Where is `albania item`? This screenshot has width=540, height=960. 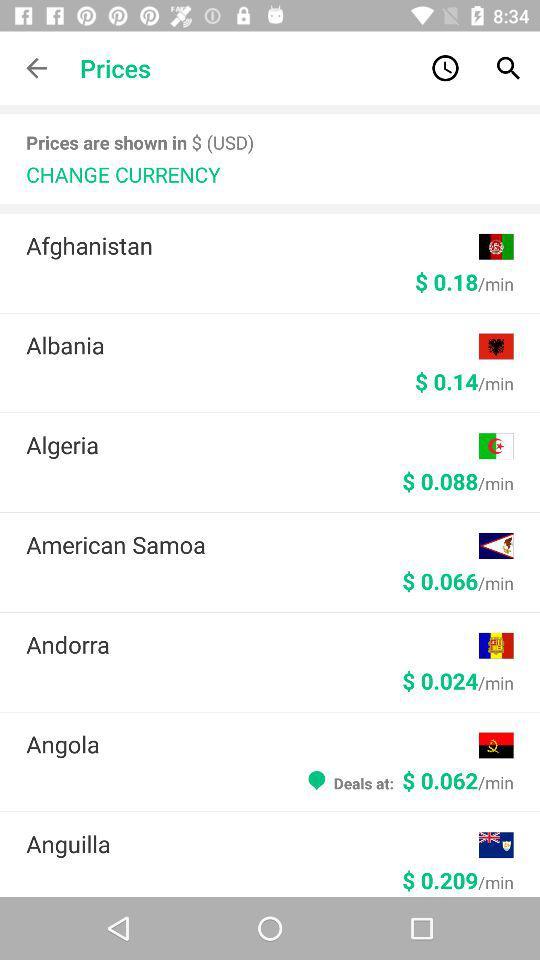
albania item is located at coordinates (252, 345).